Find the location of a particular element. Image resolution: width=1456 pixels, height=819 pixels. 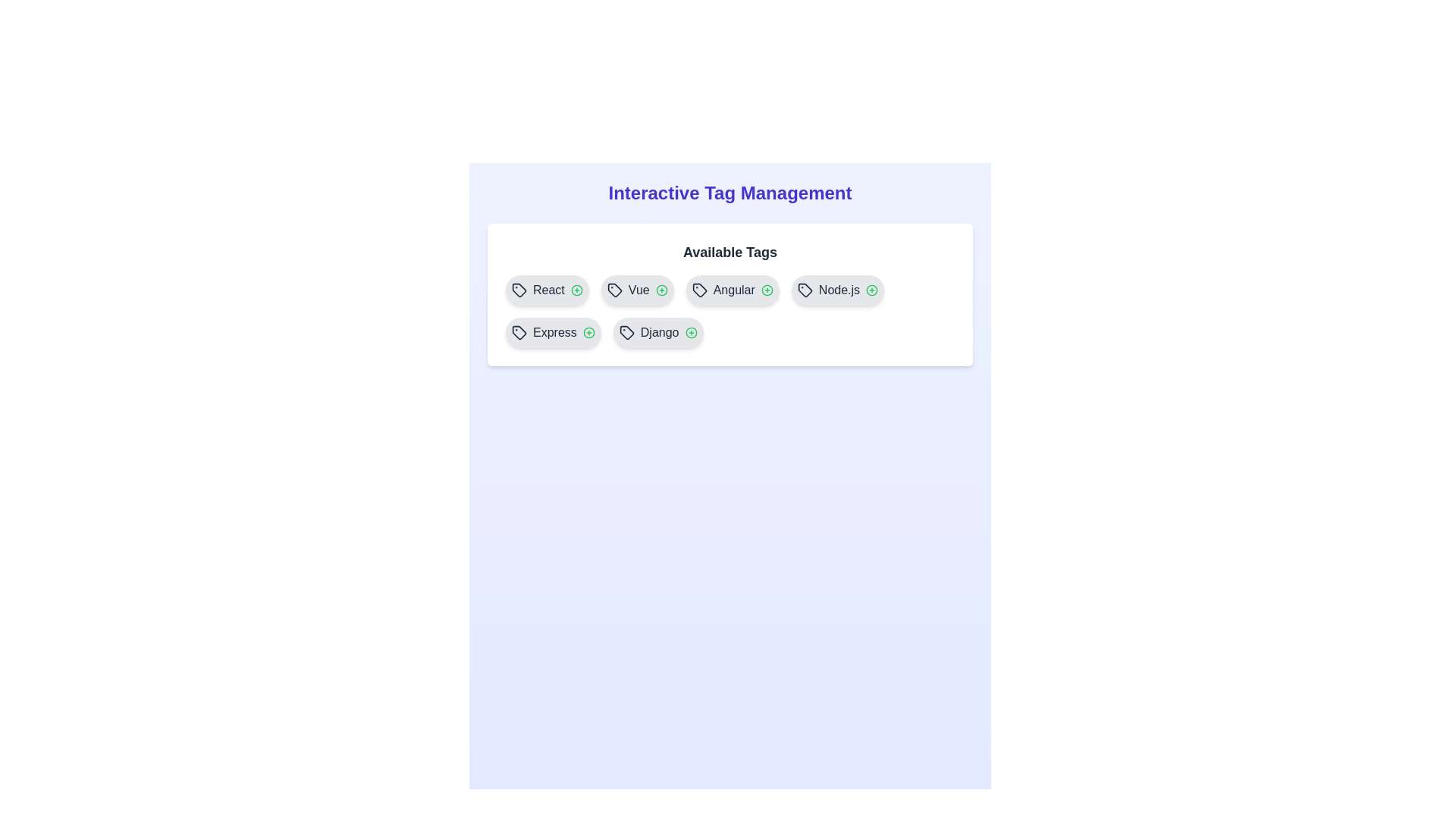

the small green circular icon with a '+' symbol located at the end of the 'Angular' tag in the interactive tag management interface is located at coordinates (767, 290).